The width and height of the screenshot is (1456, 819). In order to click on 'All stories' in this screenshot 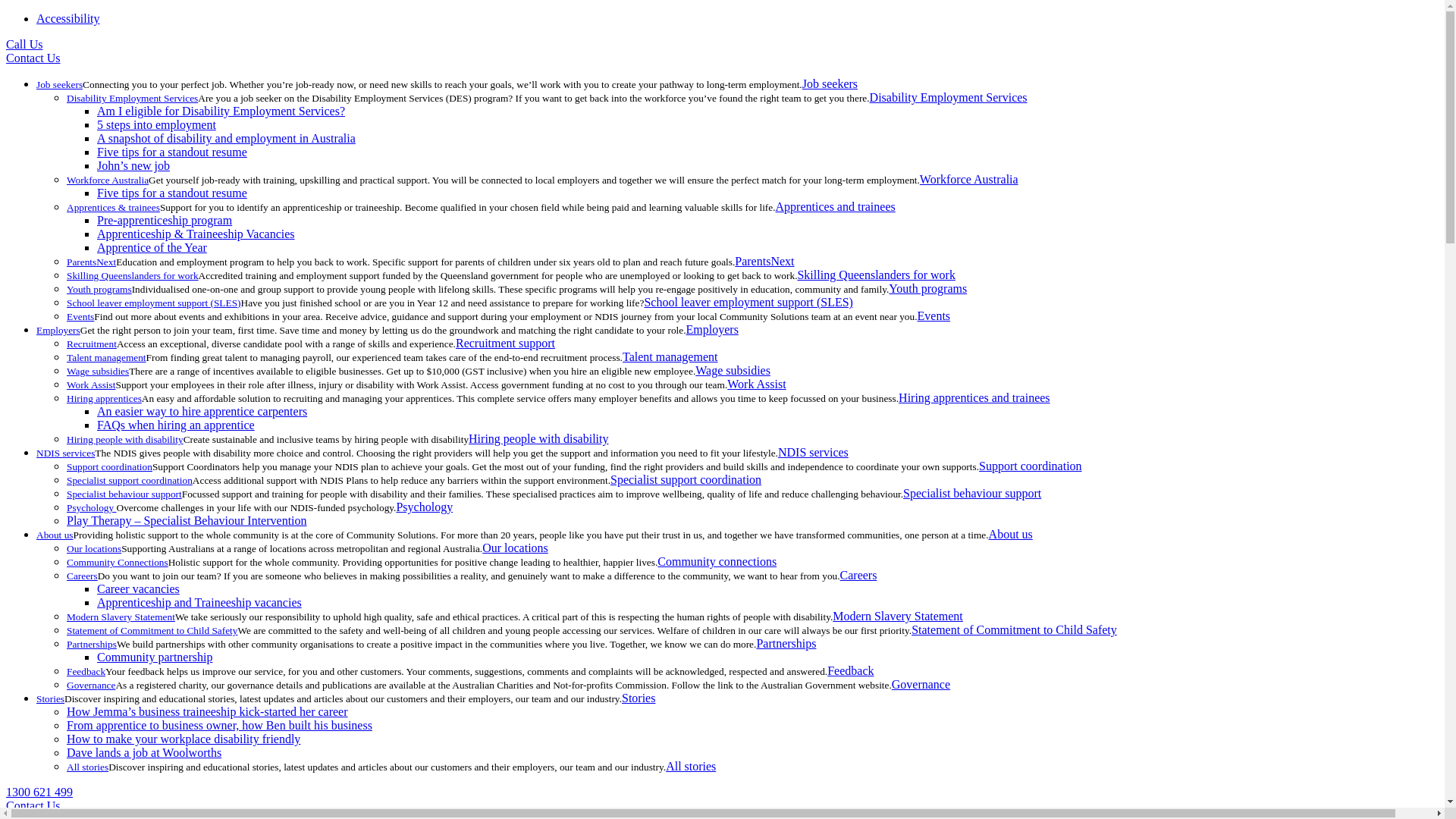, I will do `click(690, 766)`.